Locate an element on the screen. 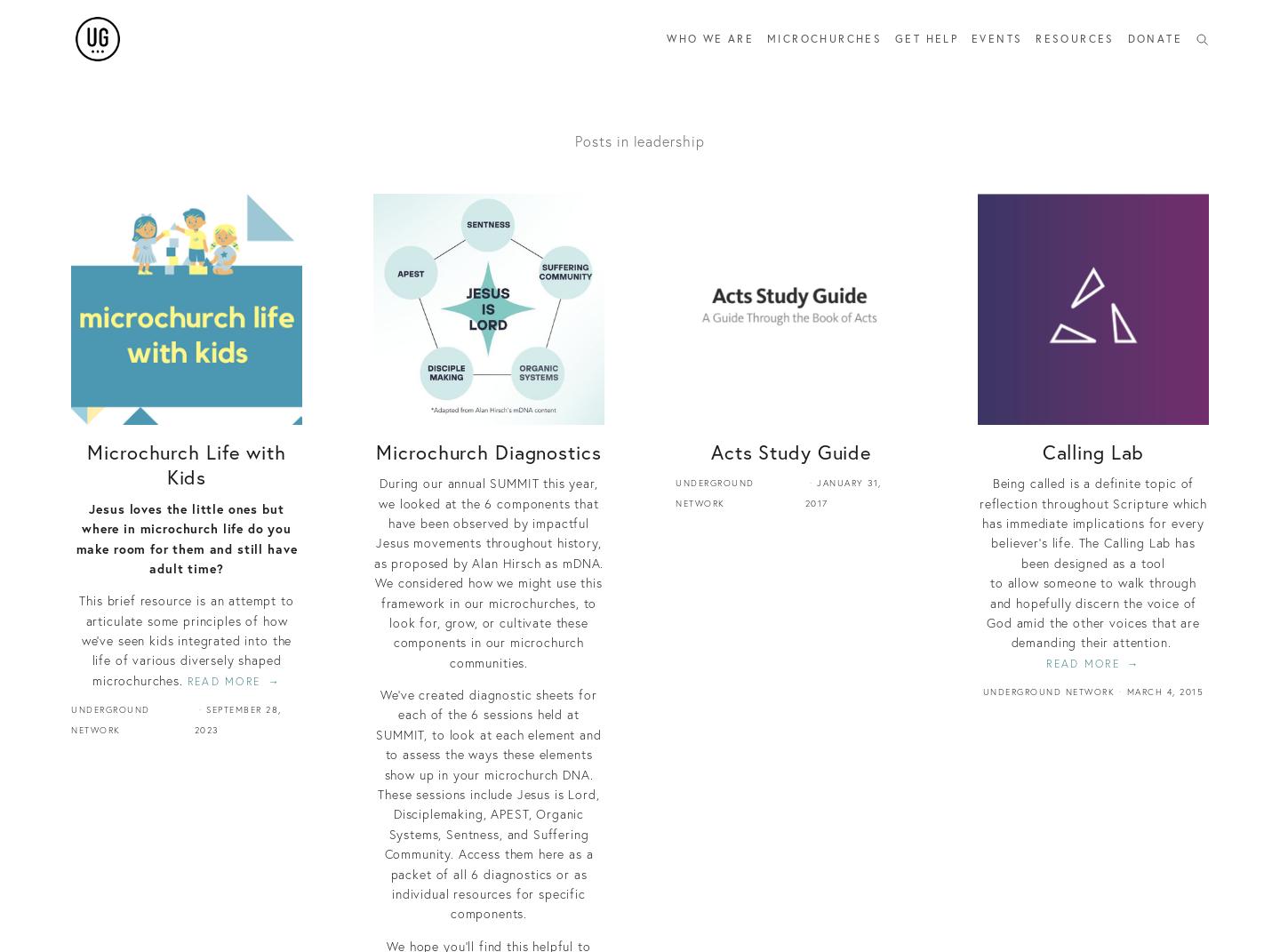 The height and width of the screenshot is (952, 1280). 'Jesus loves the little ones but where in microchurch life do you make room for them and still have adult time?' is located at coordinates (186, 538).